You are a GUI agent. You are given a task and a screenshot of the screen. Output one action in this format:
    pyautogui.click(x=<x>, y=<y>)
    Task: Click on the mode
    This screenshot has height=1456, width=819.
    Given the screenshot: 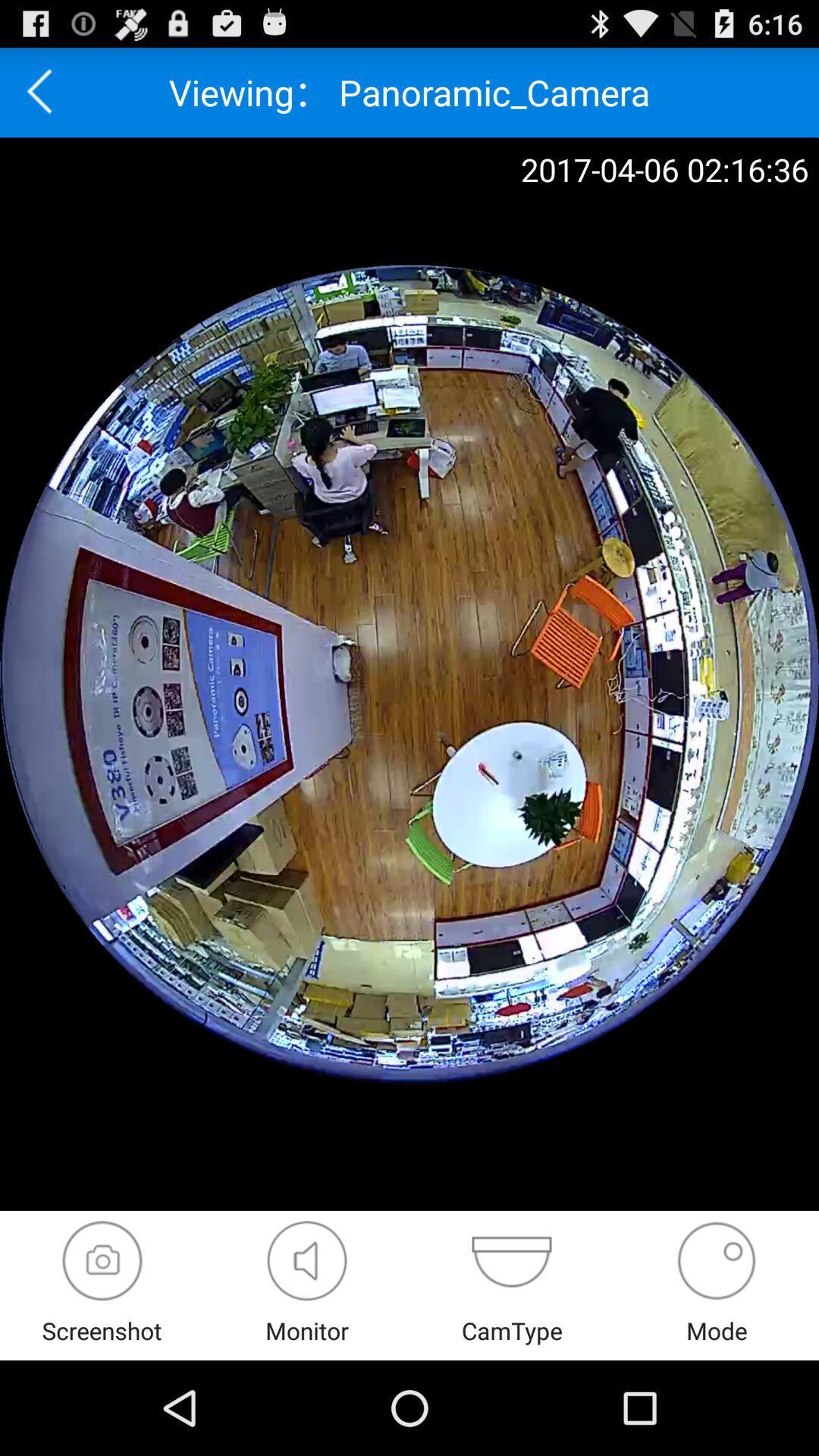 What is the action you would take?
    pyautogui.click(x=717, y=1260)
    